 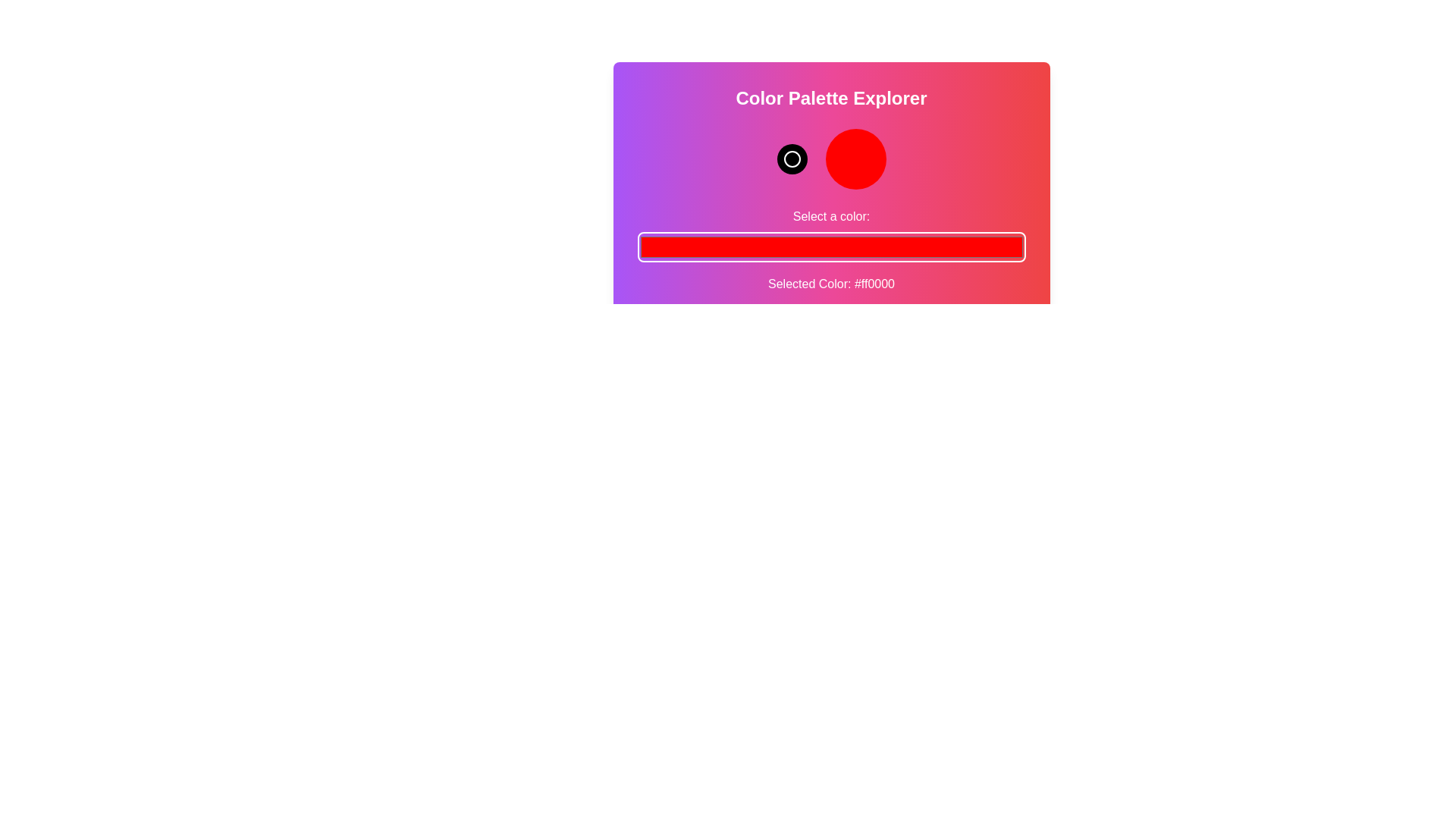 What do you see at coordinates (830, 246) in the screenshot?
I see `the color picker to a specific color value 1593628` at bounding box center [830, 246].